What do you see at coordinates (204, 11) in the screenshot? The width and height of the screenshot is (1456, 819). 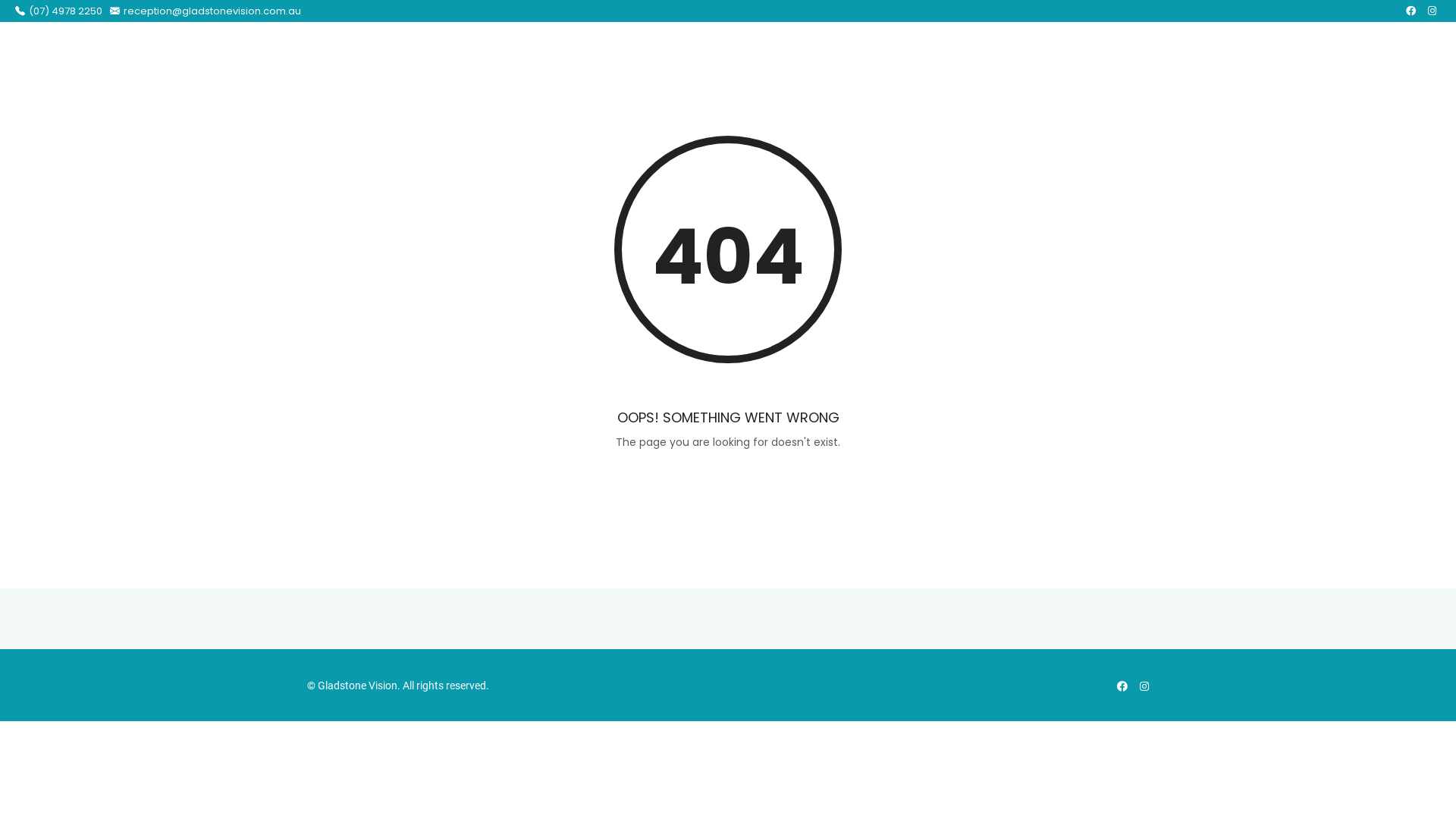 I see `'reception@gladstonevision.com.au'` at bounding box center [204, 11].